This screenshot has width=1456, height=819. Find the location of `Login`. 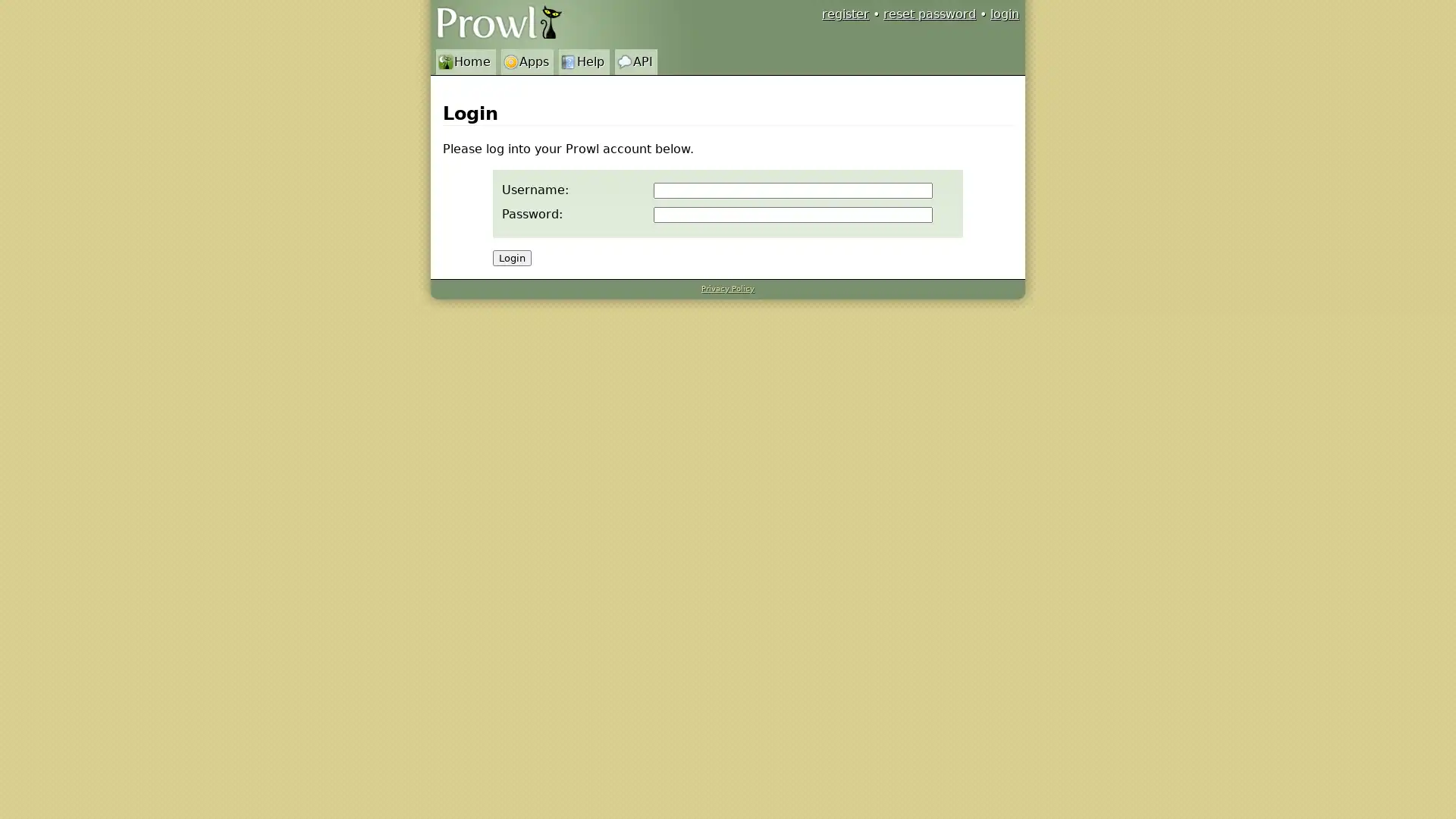

Login is located at coordinates (512, 257).